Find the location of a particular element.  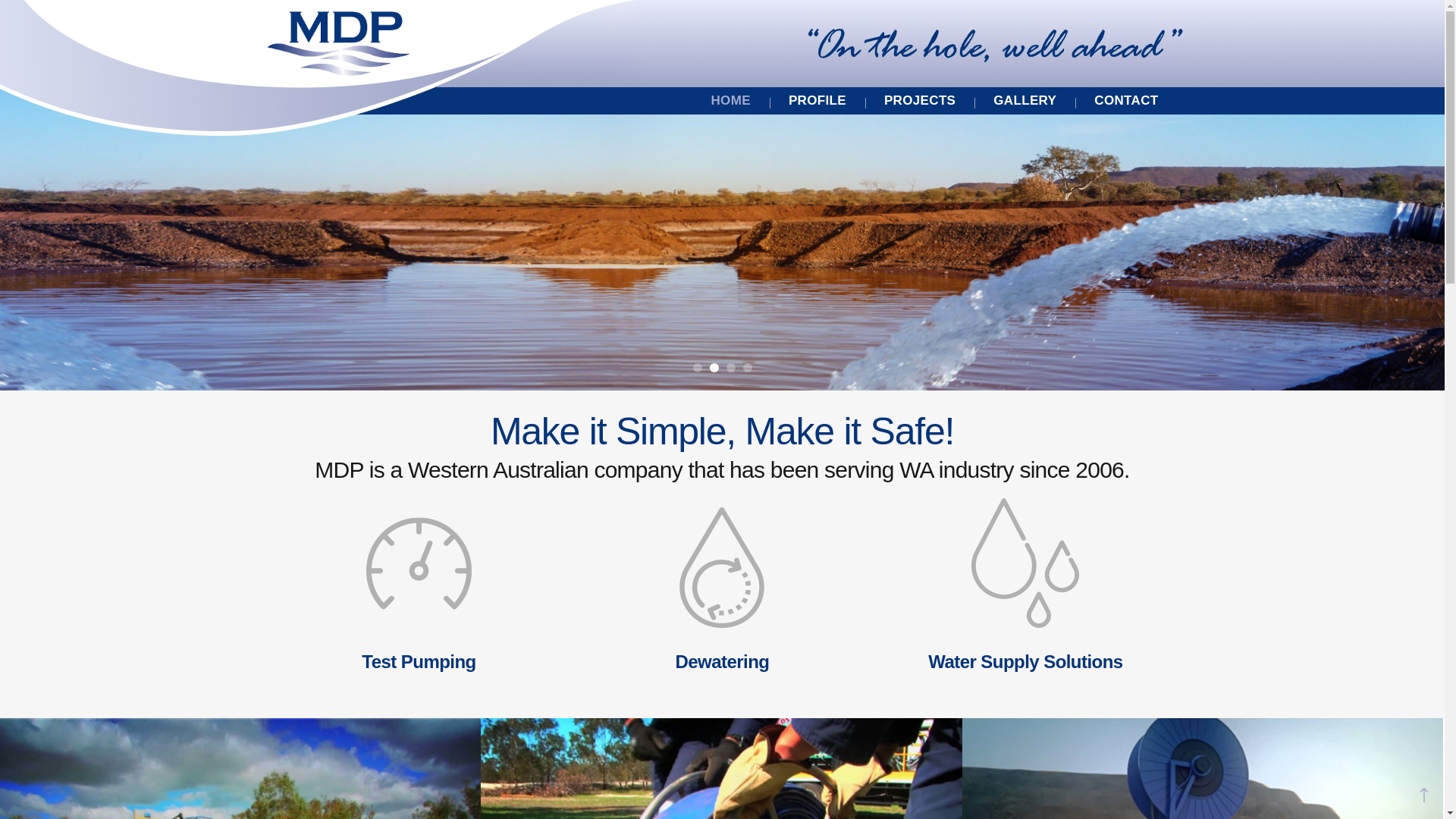

'McArthur Drilling & Pumping' is located at coordinates (337, 42).